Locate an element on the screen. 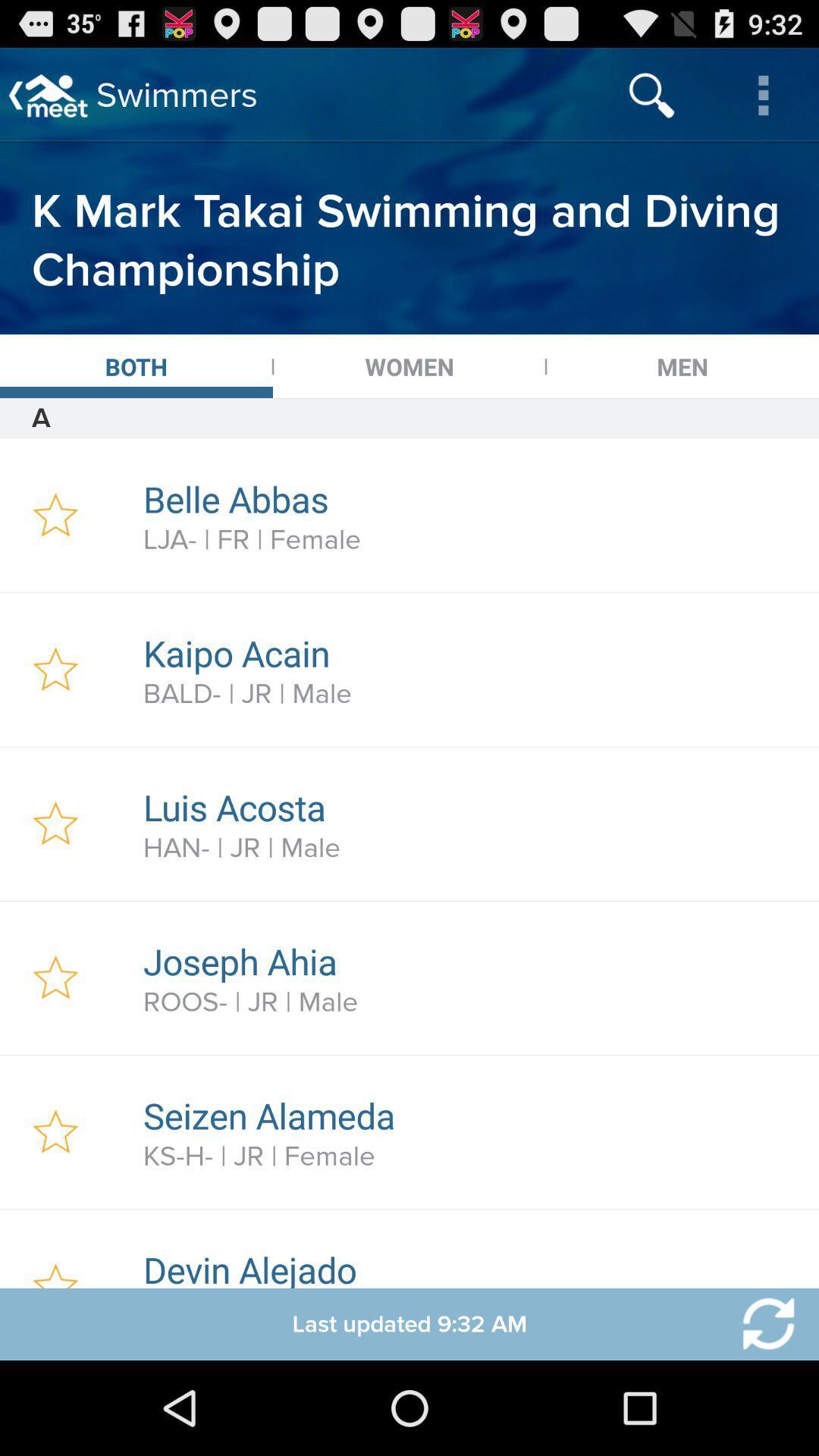 This screenshot has width=819, height=1456. to favorites is located at coordinates (55, 669).